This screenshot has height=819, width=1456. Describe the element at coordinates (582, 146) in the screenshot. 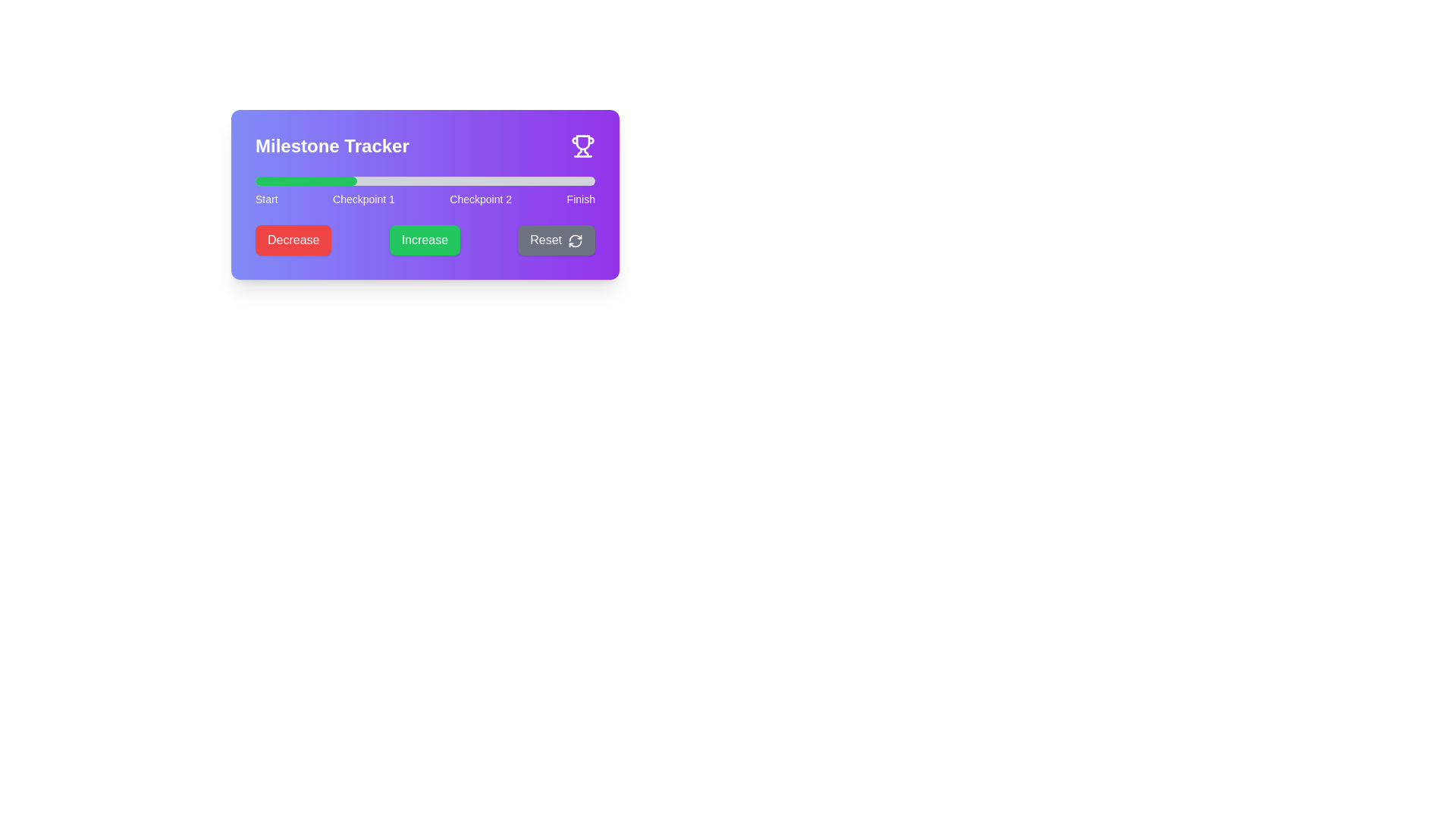

I see `the trophy icon, which is styled with currentColor and located in the top-right corner of the card titled 'Milestone Tracker'` at that location.